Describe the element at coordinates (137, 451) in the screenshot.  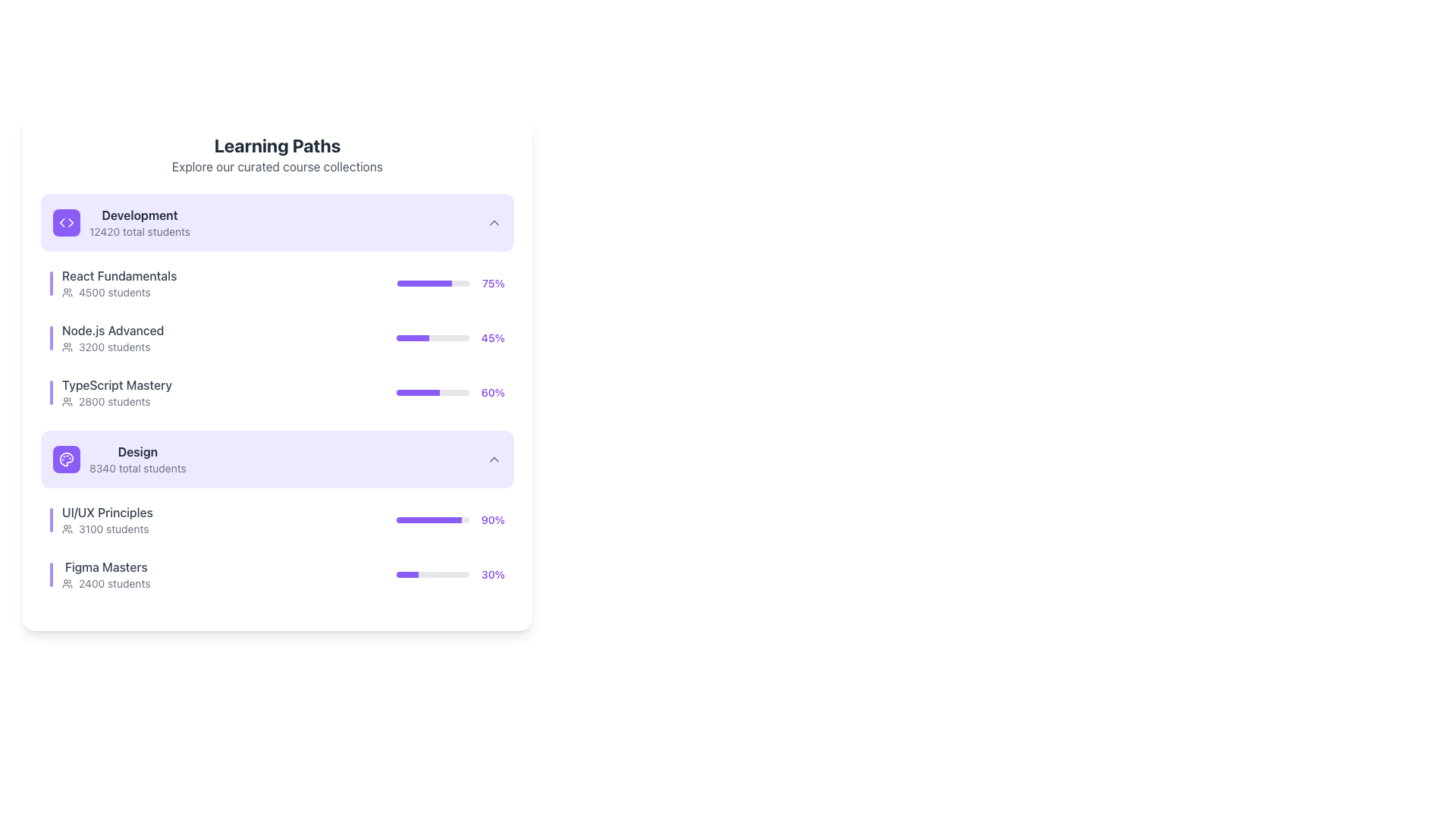
I see `the 'Design' section title text label` at that location.